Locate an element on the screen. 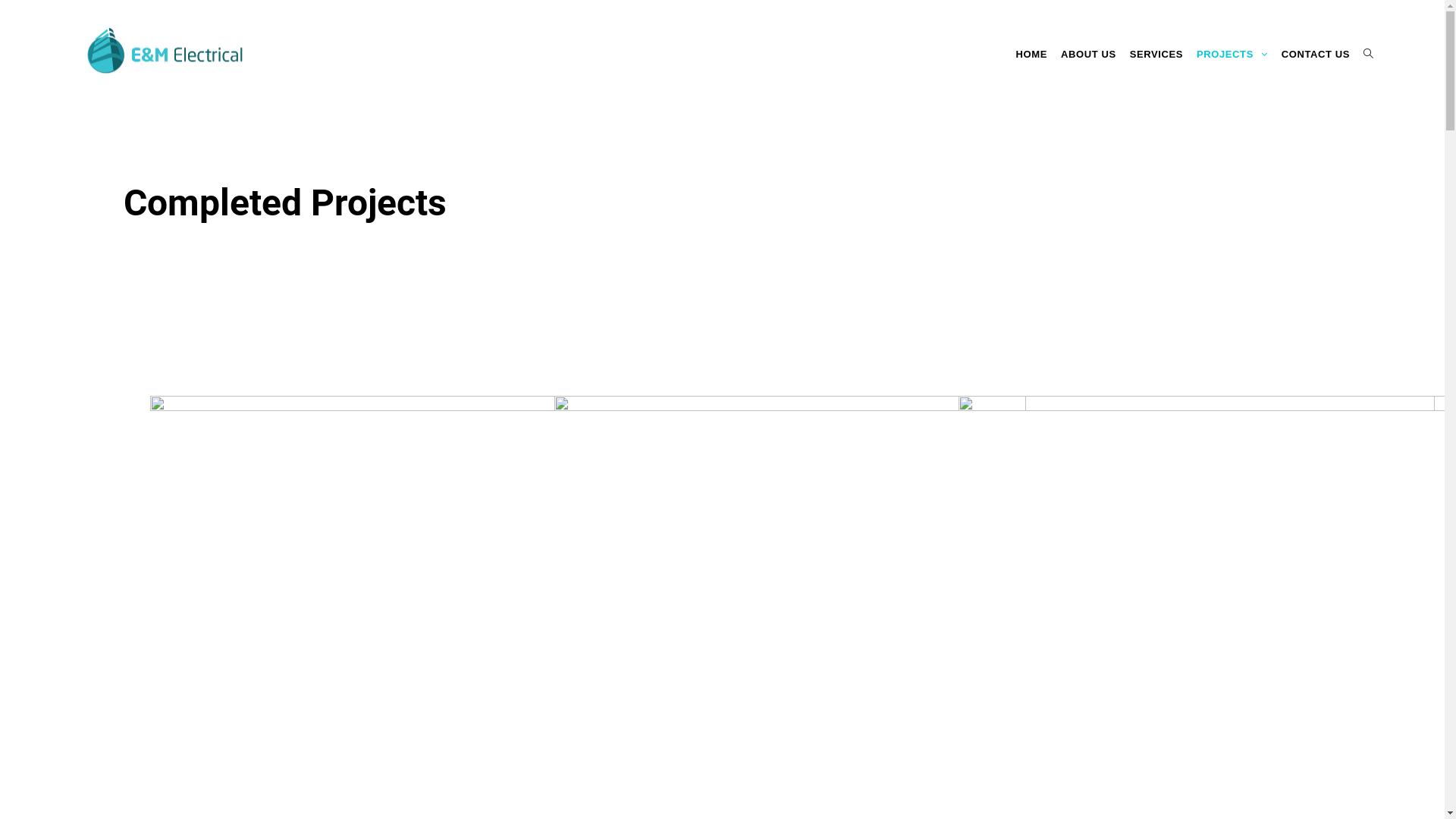  'PROJECTS' is located at coordinates (1232, 54).